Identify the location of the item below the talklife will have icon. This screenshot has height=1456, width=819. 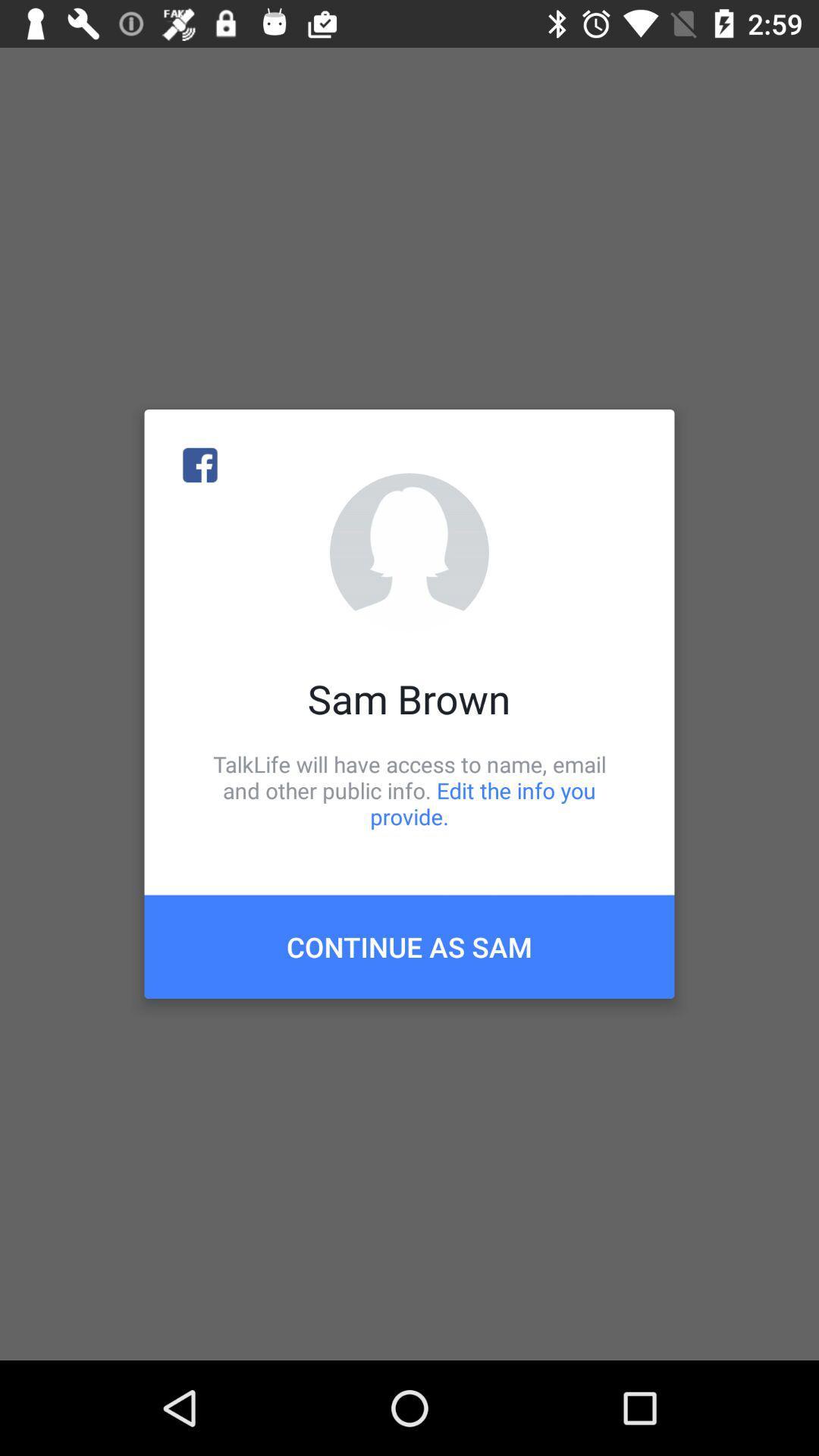
(409, 946).